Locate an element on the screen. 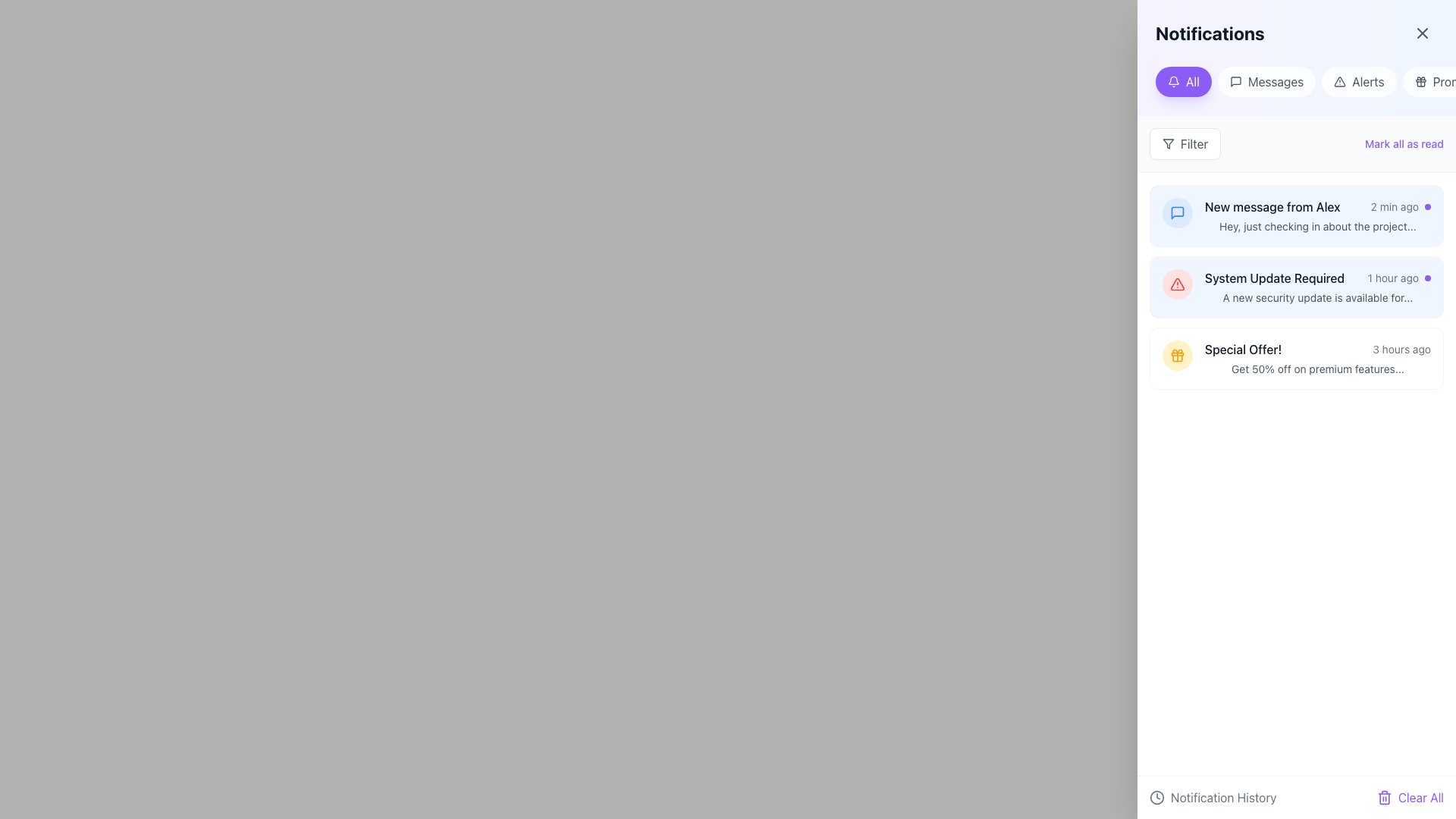 The image size is (1456, 819). the pin button located to the right of the 'System Update Required' notification entry is located at coordinates (1388, 287).